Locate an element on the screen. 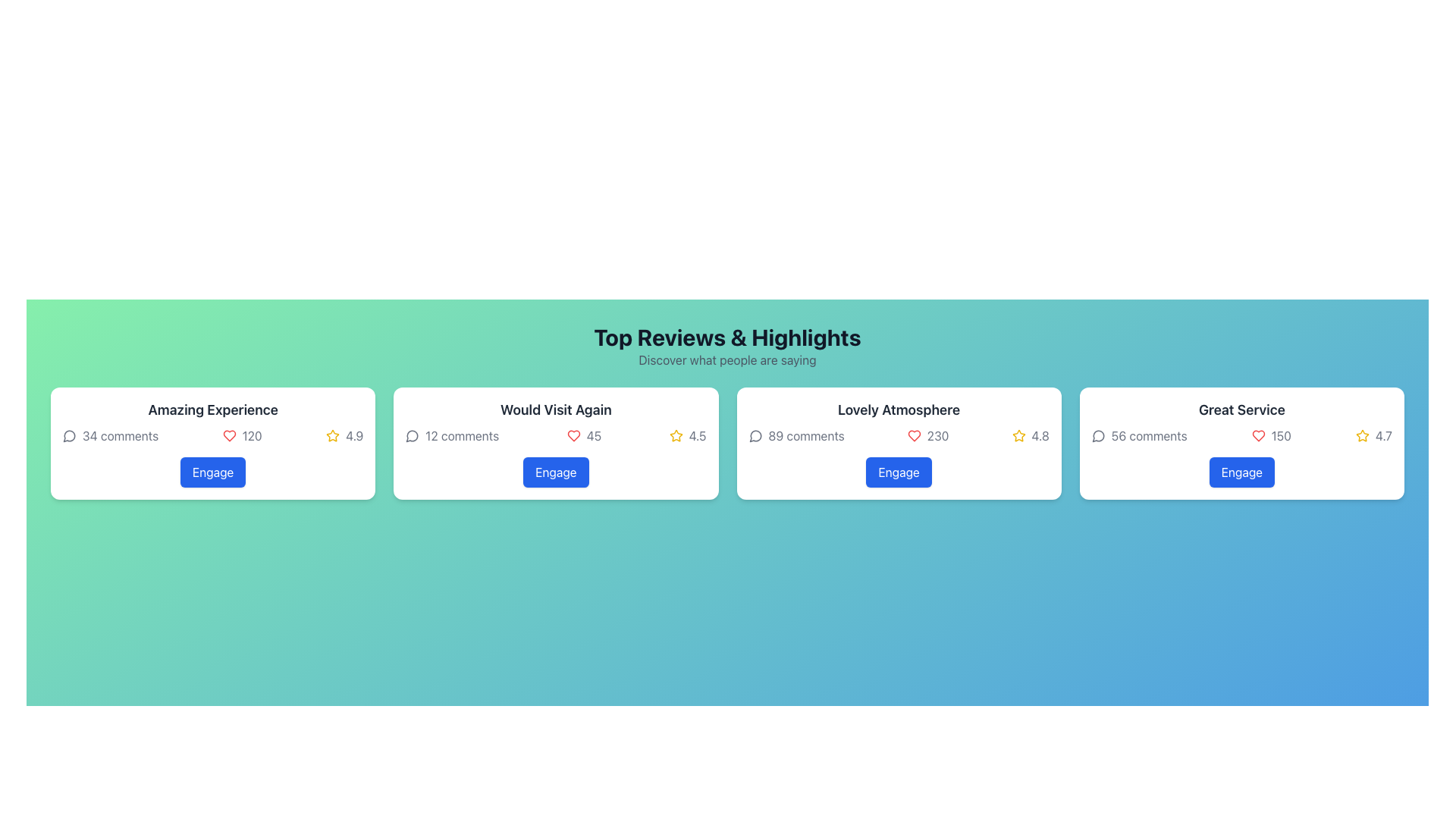  the button located at the bottom-center of the 'Amazing Experience' card is located at coordinates (212, 472).